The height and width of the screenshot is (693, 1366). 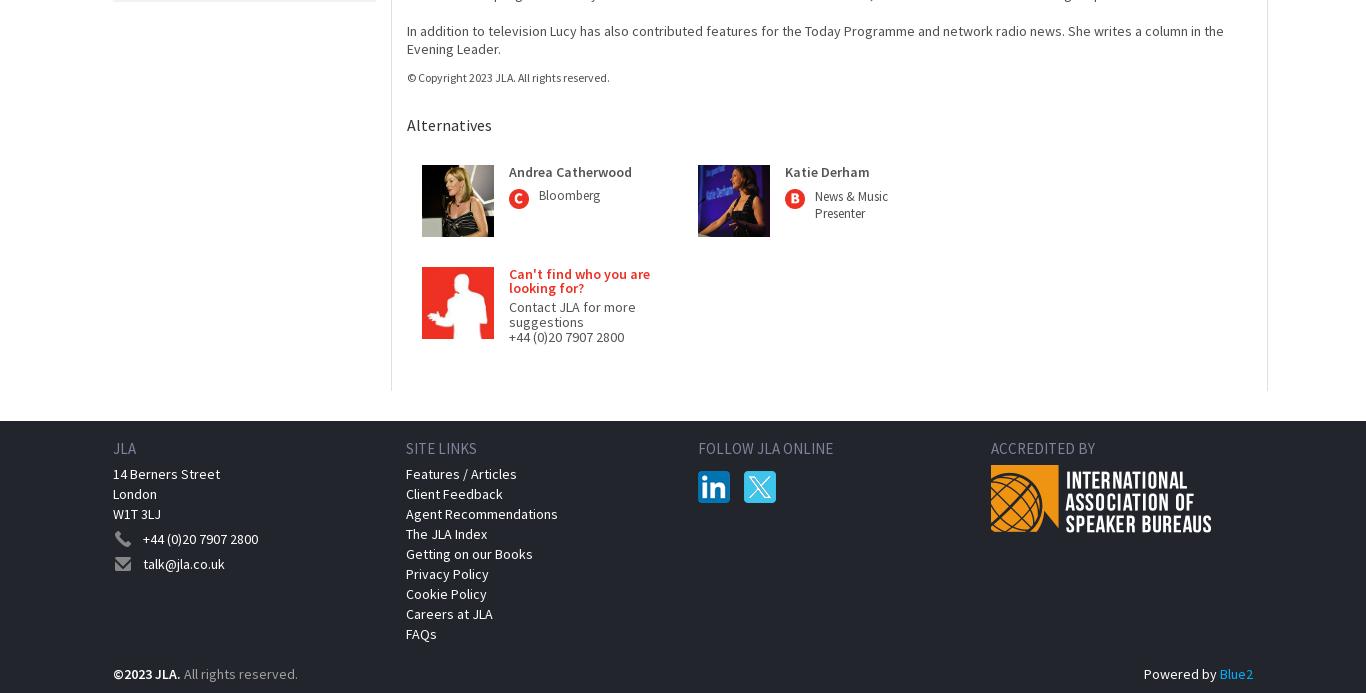 I want to click on 'News & Music Presenter', so click(x=850, y=204).